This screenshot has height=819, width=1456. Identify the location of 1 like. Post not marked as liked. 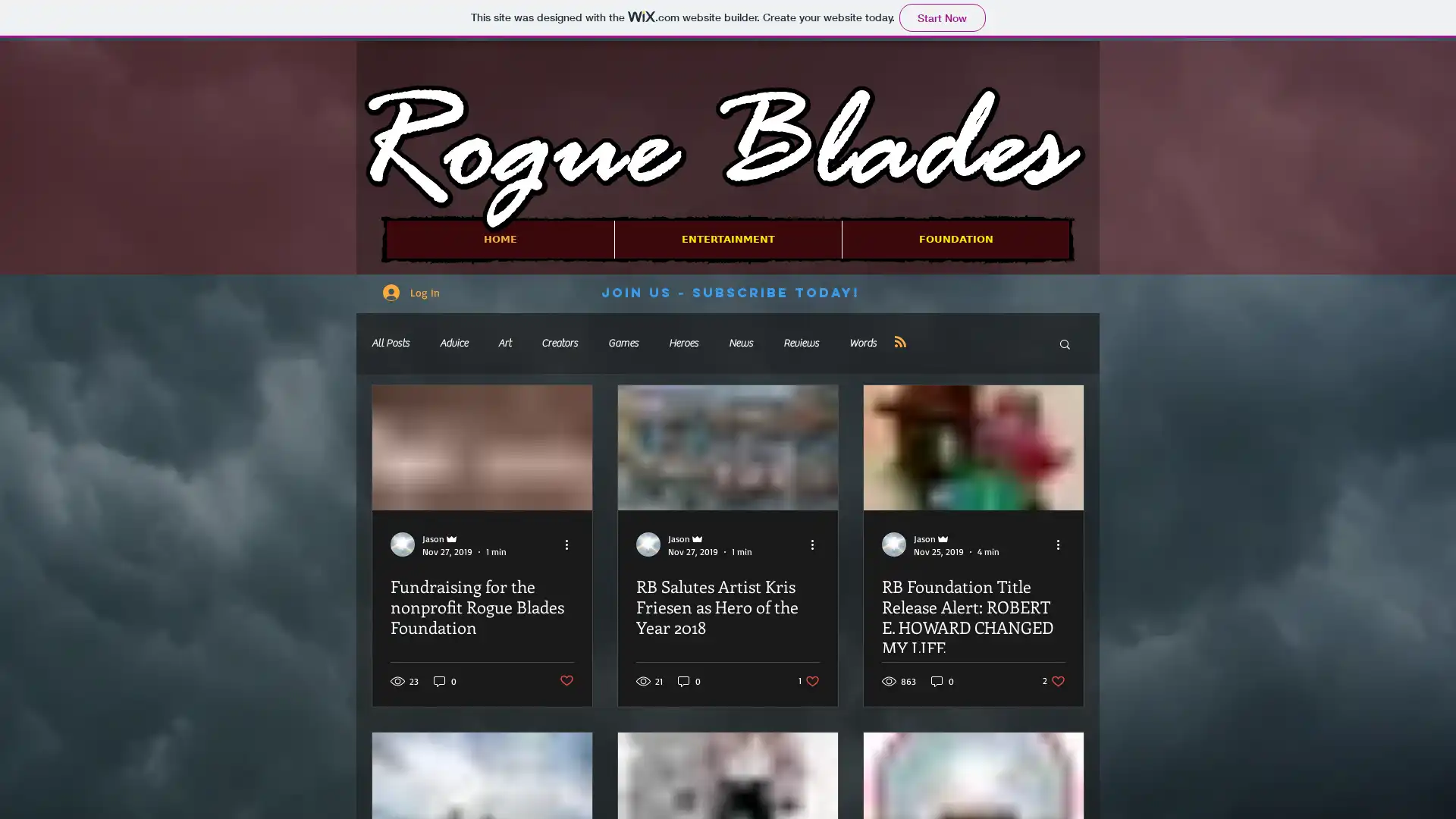
(808, 679).